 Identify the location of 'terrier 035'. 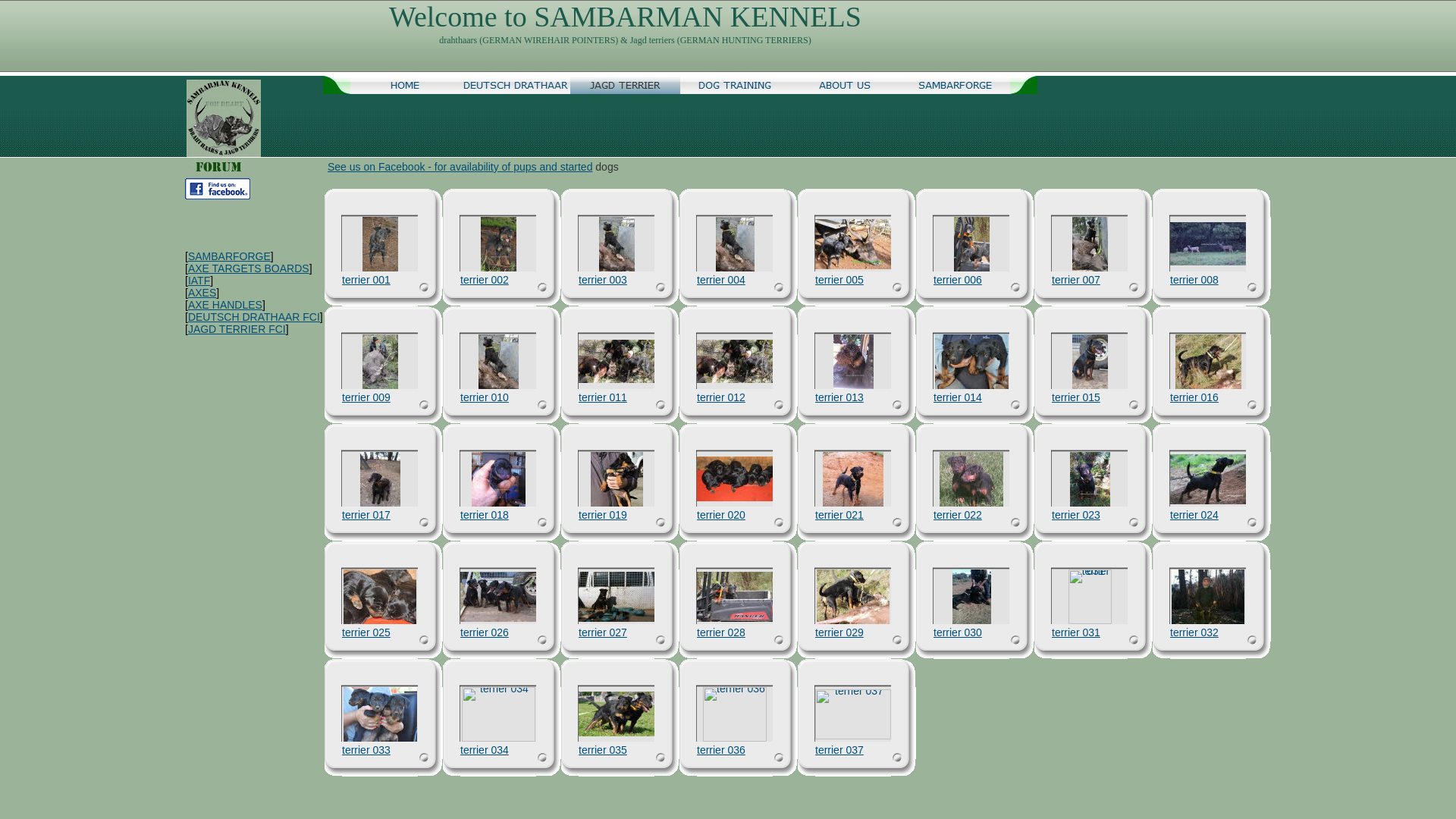
(578, 748).